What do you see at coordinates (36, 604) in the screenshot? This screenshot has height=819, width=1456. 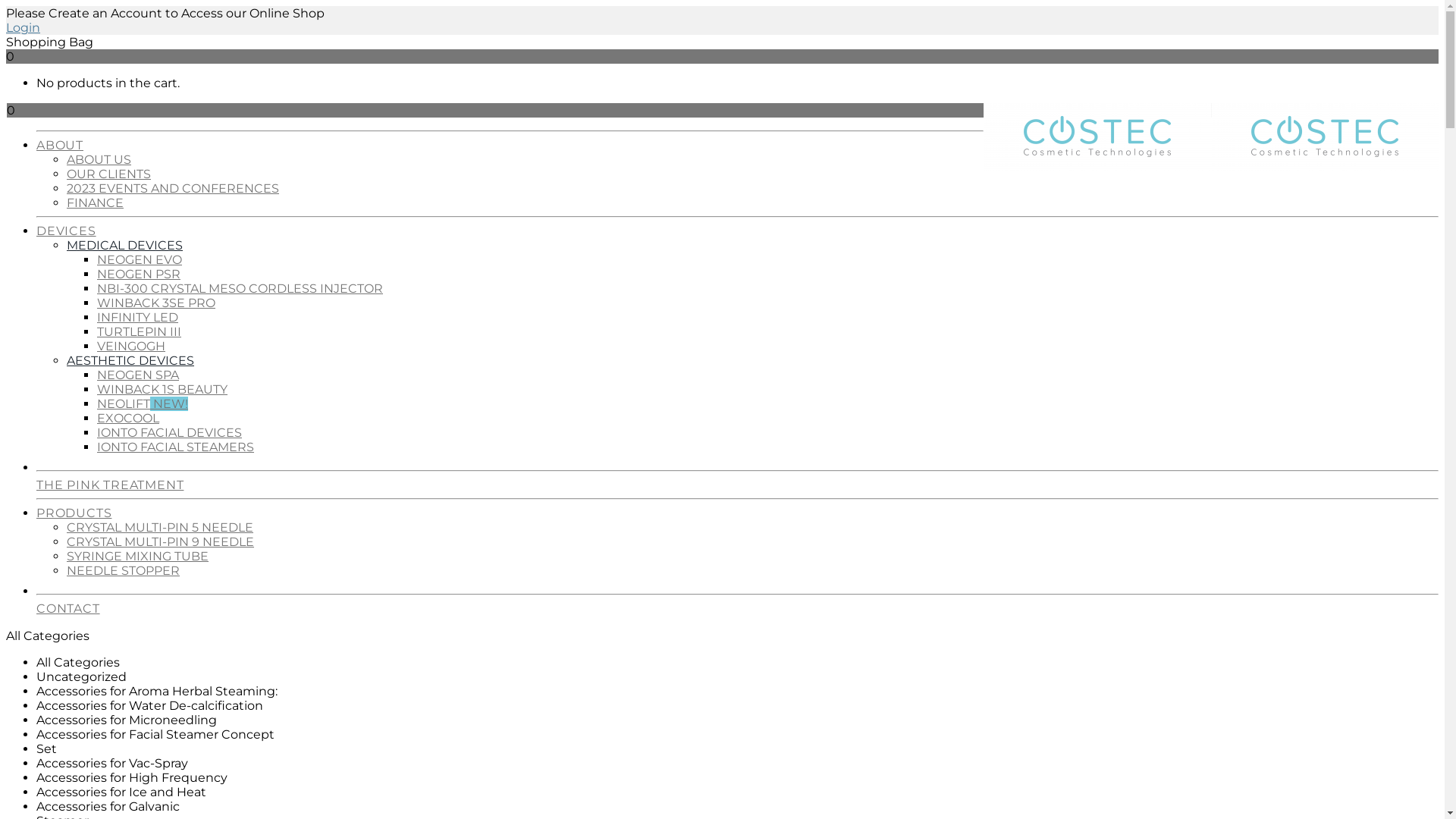 I see `'CONTACT'` at bounding box center [36, 604].